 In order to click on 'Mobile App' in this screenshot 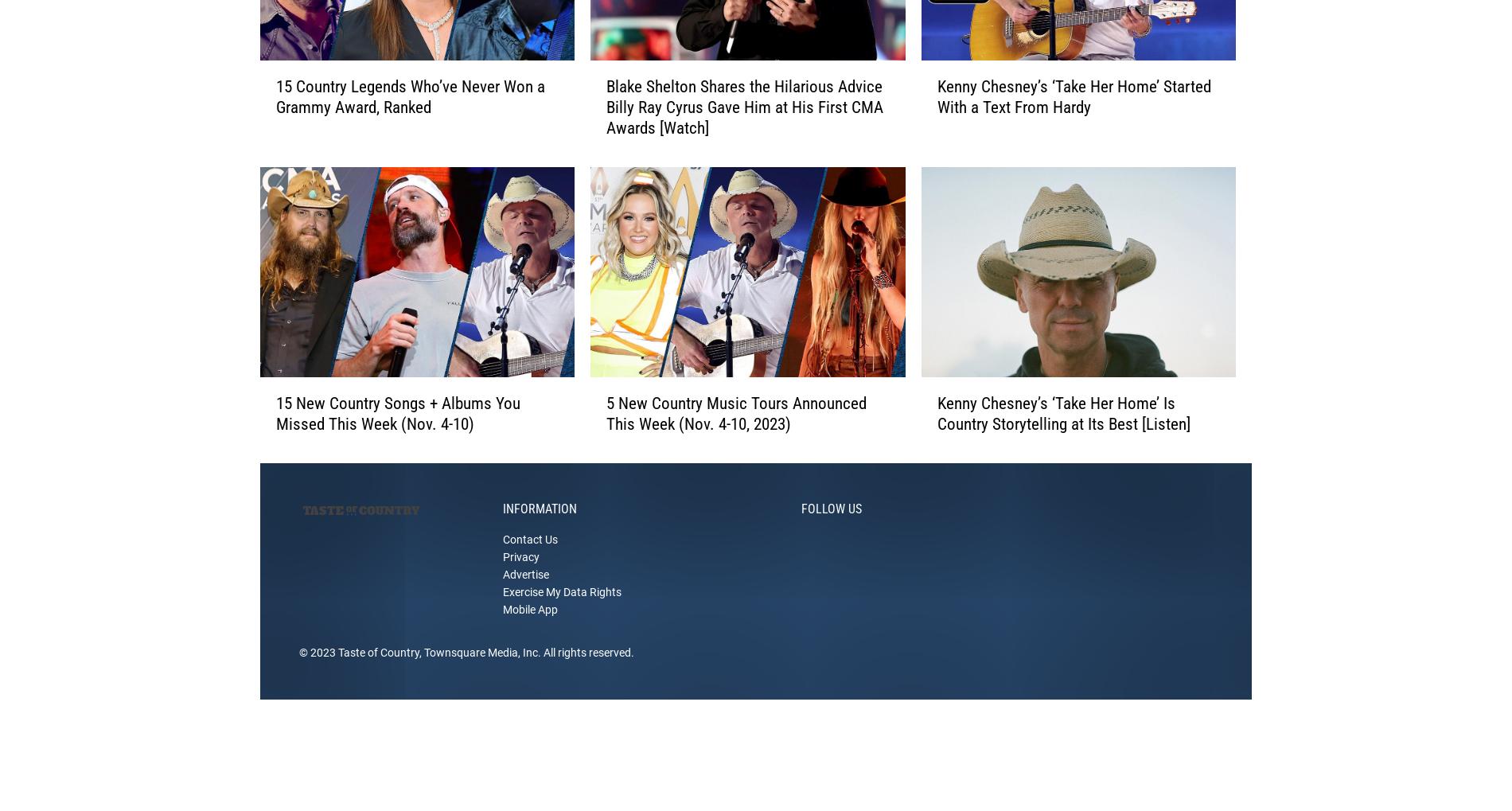, I will do `click(530, 634)`.